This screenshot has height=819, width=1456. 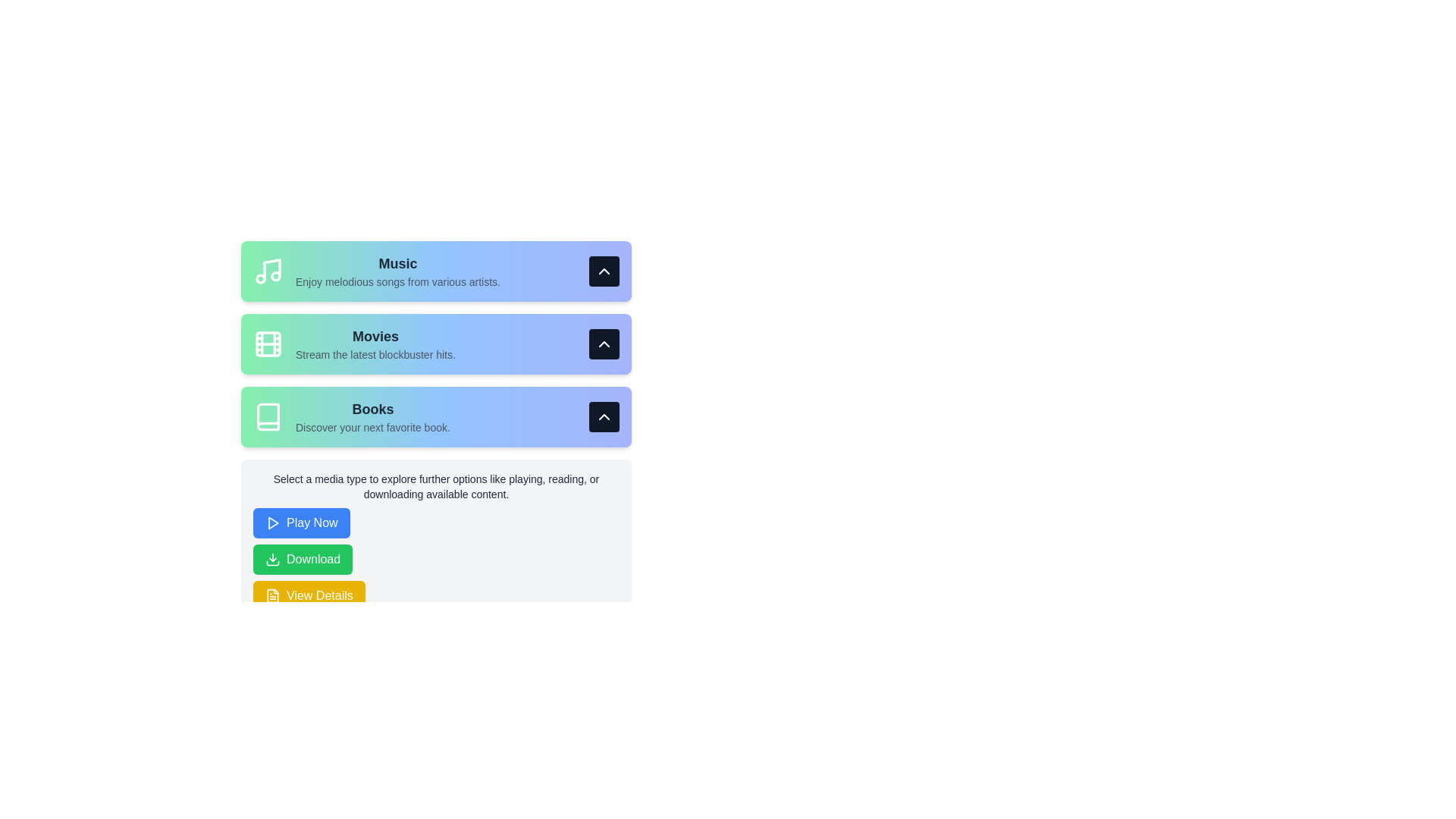 What do you see at coordinates (377, 271) in the screenshot?
I see `the 'Music' category information block, which features a music note icon and a bold title 'Music' along with a subtitle` at bounding box center [377, 271].